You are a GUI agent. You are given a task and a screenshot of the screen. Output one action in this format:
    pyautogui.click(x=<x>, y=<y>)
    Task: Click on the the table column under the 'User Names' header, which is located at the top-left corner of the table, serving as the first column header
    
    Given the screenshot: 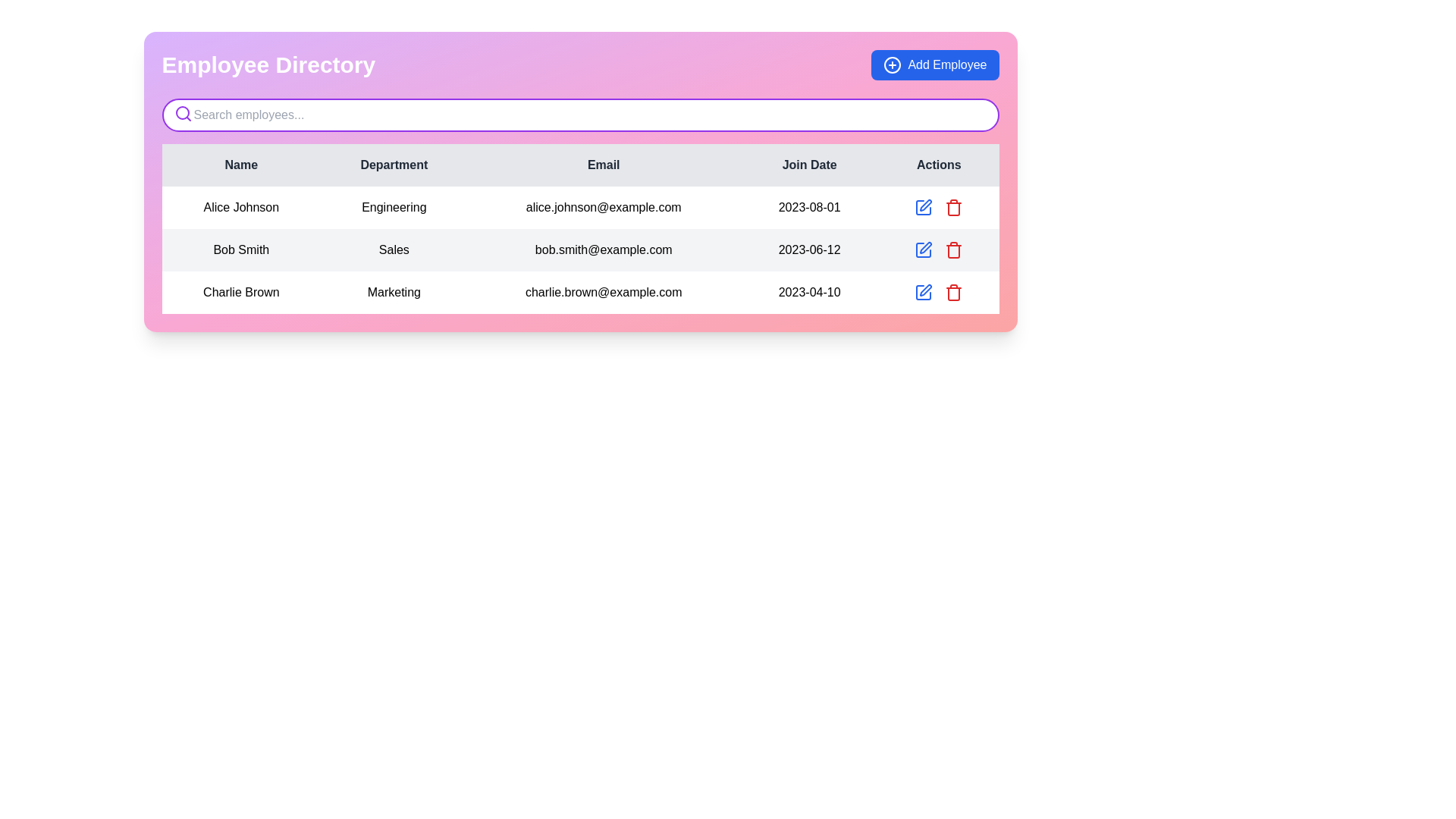 What is the action you would take?
    pyautogui.click(x=240, y=165)
    